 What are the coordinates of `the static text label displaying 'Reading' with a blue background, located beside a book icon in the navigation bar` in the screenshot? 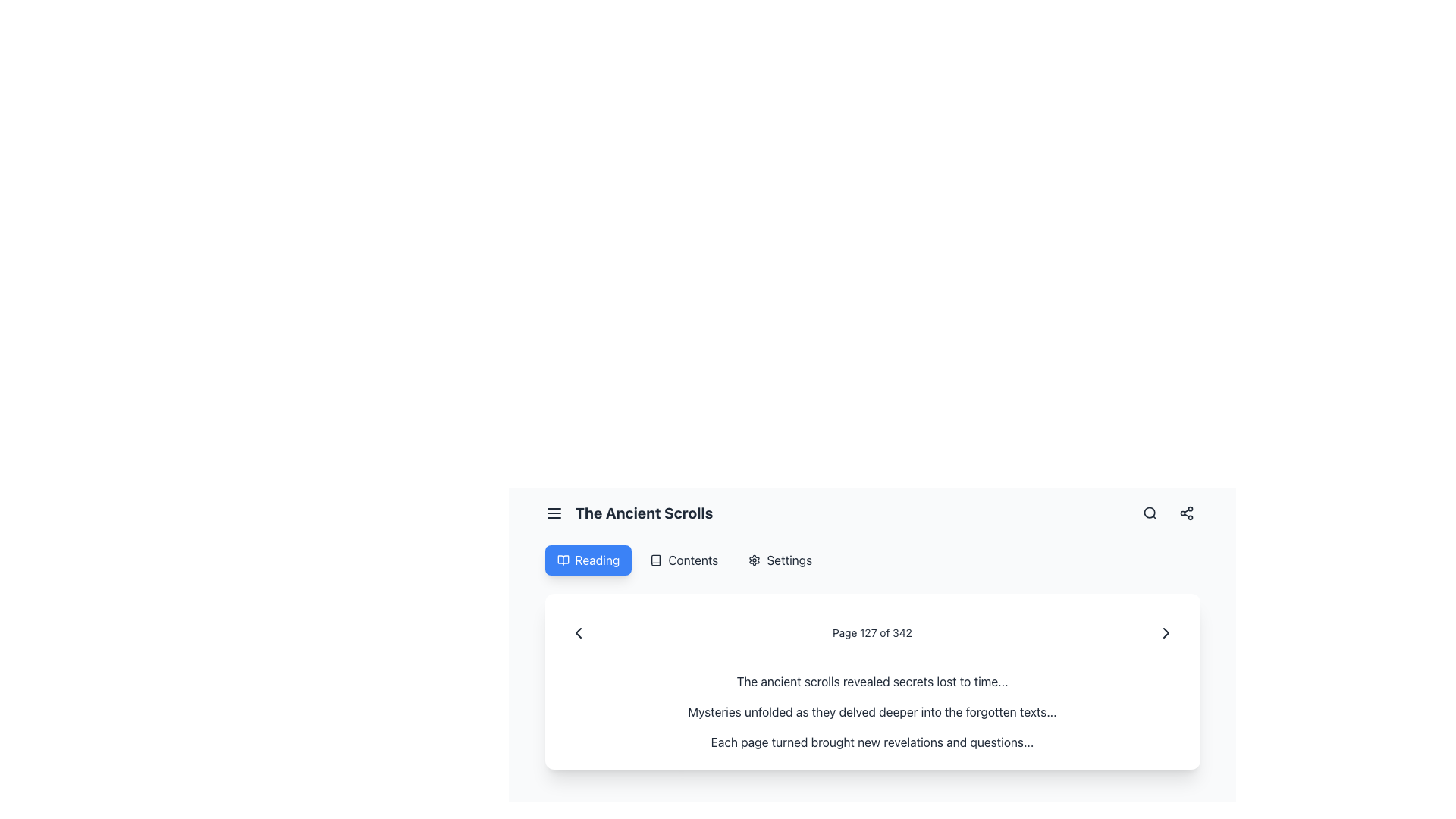 It's located at (596, 560).